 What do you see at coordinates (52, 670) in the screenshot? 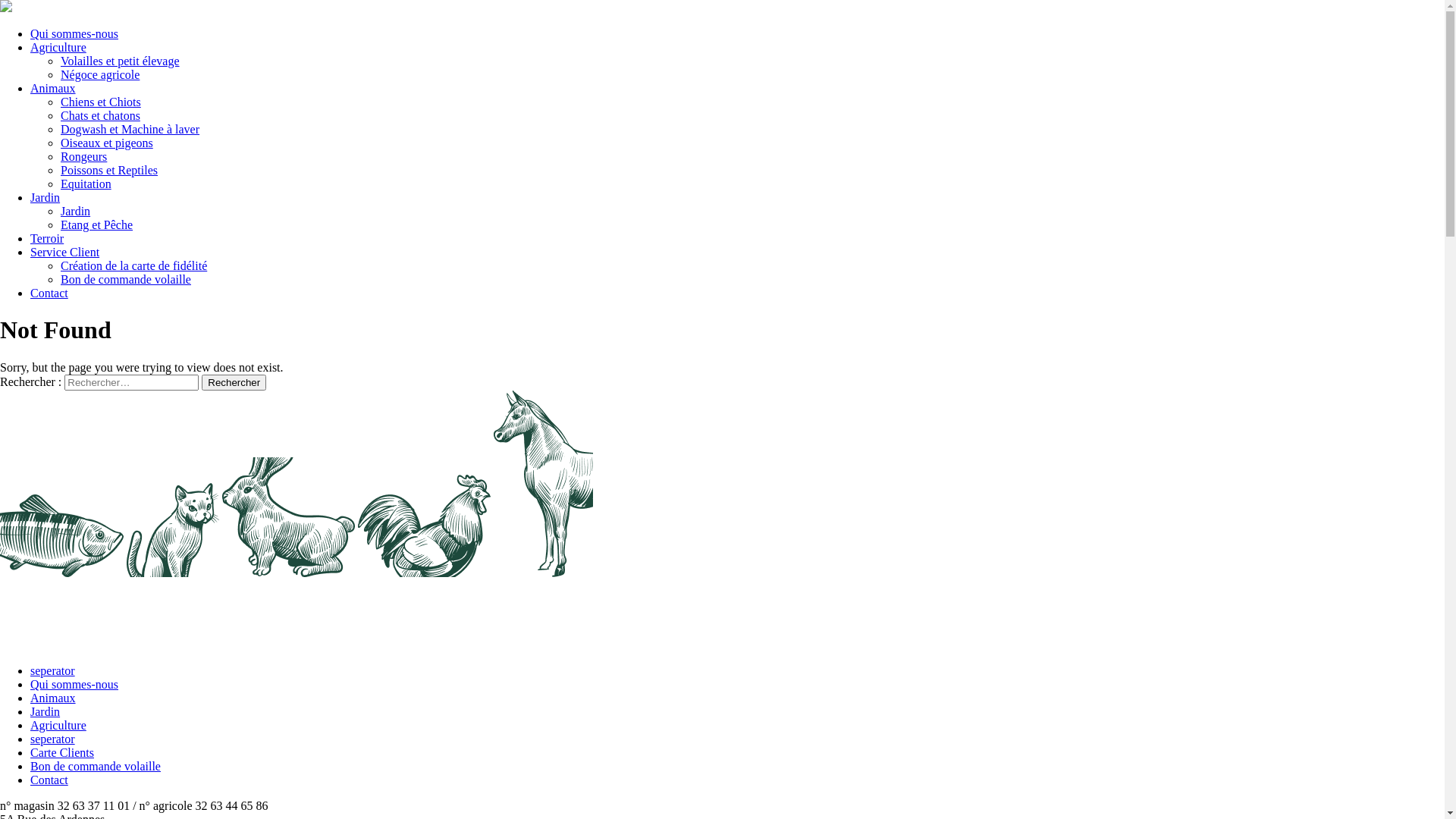
I see `'seperator'` at bounding box center [52, 670].